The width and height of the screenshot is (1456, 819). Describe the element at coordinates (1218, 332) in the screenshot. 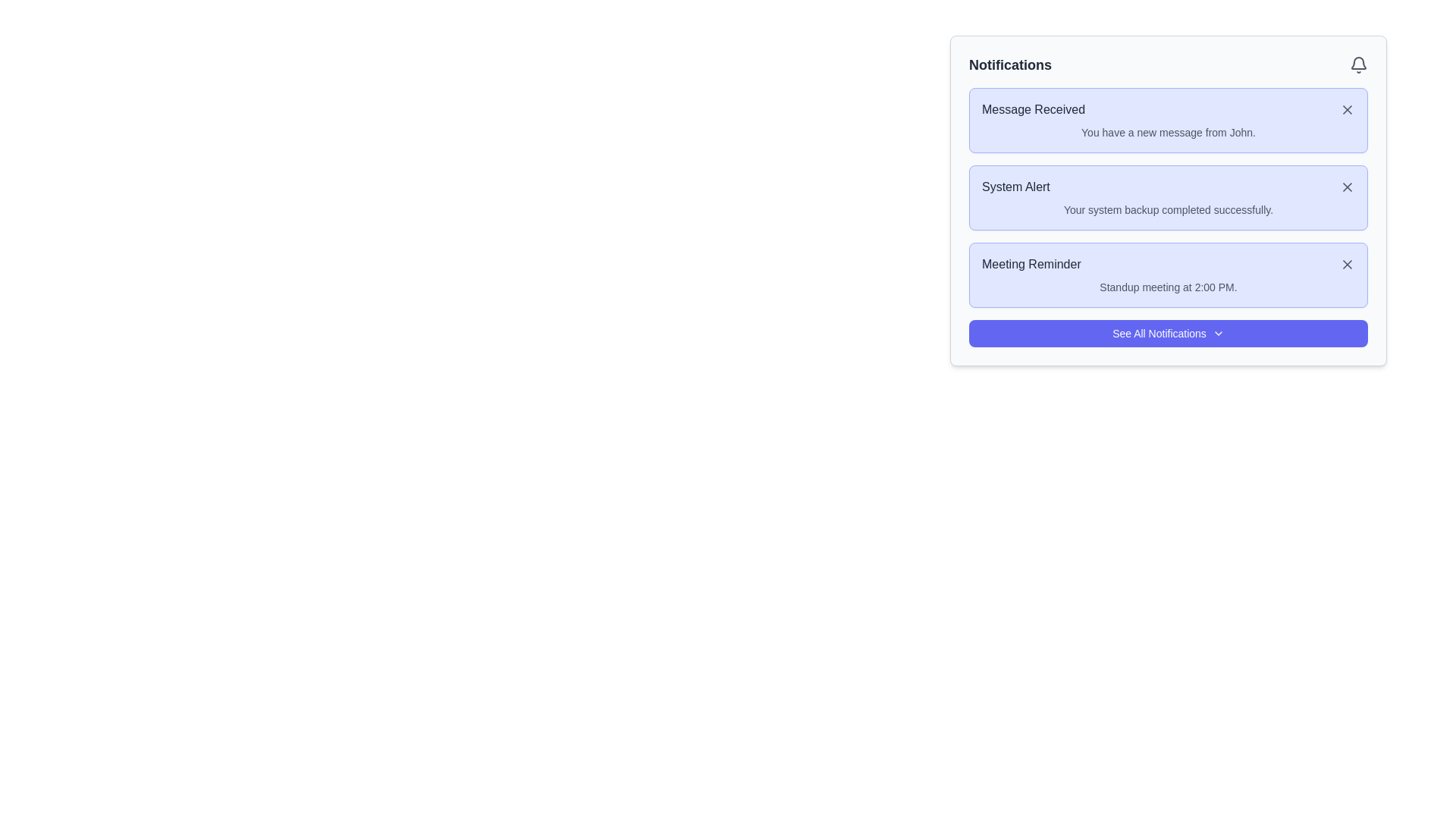

I see `the downward-pointing chevron icon with a thin white stroke located next to 'See All Notifications' in the blue button` at that location.